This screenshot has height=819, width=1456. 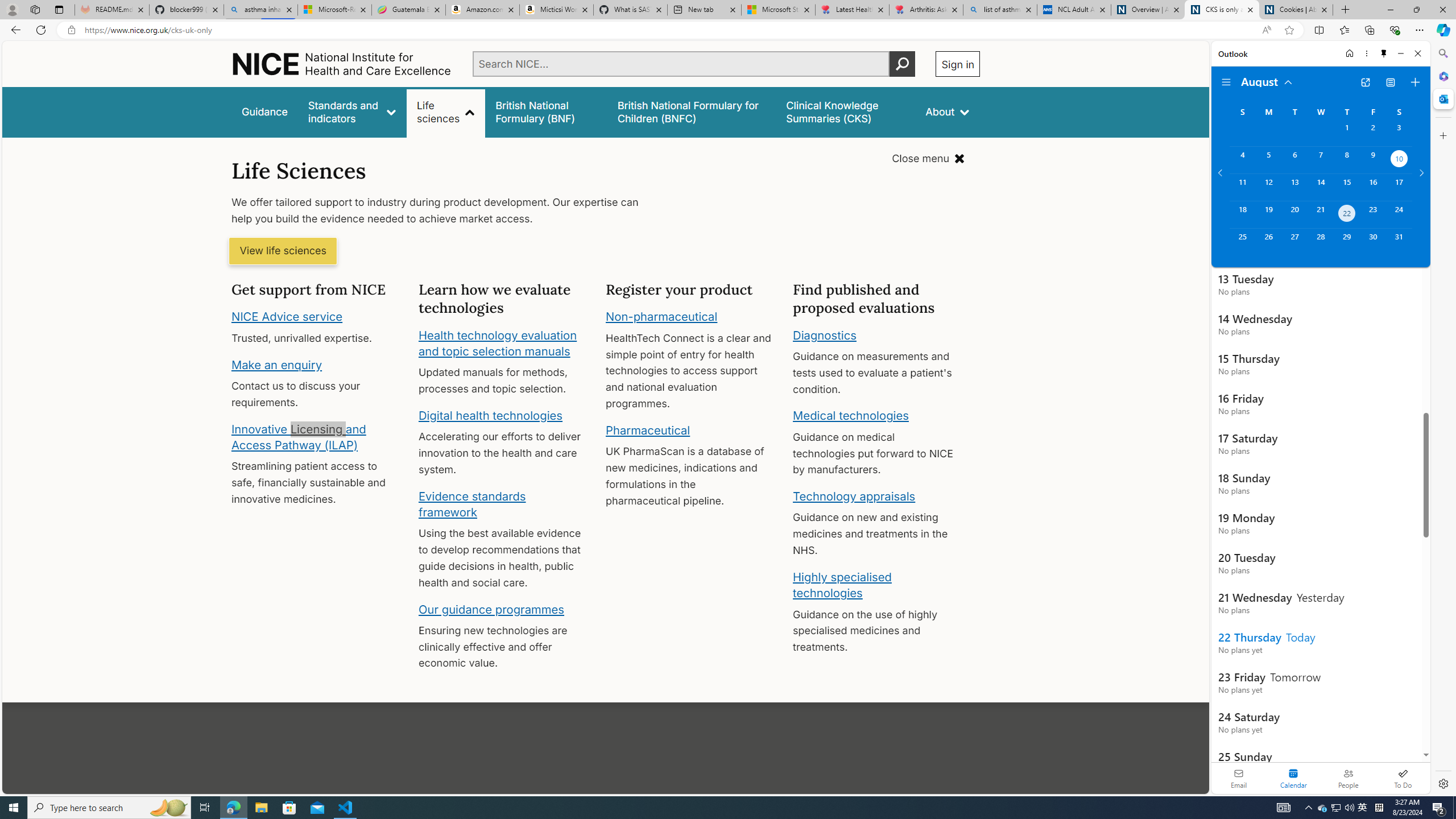 I want to click on 'Diagnostics', so click(x=825, y=334).